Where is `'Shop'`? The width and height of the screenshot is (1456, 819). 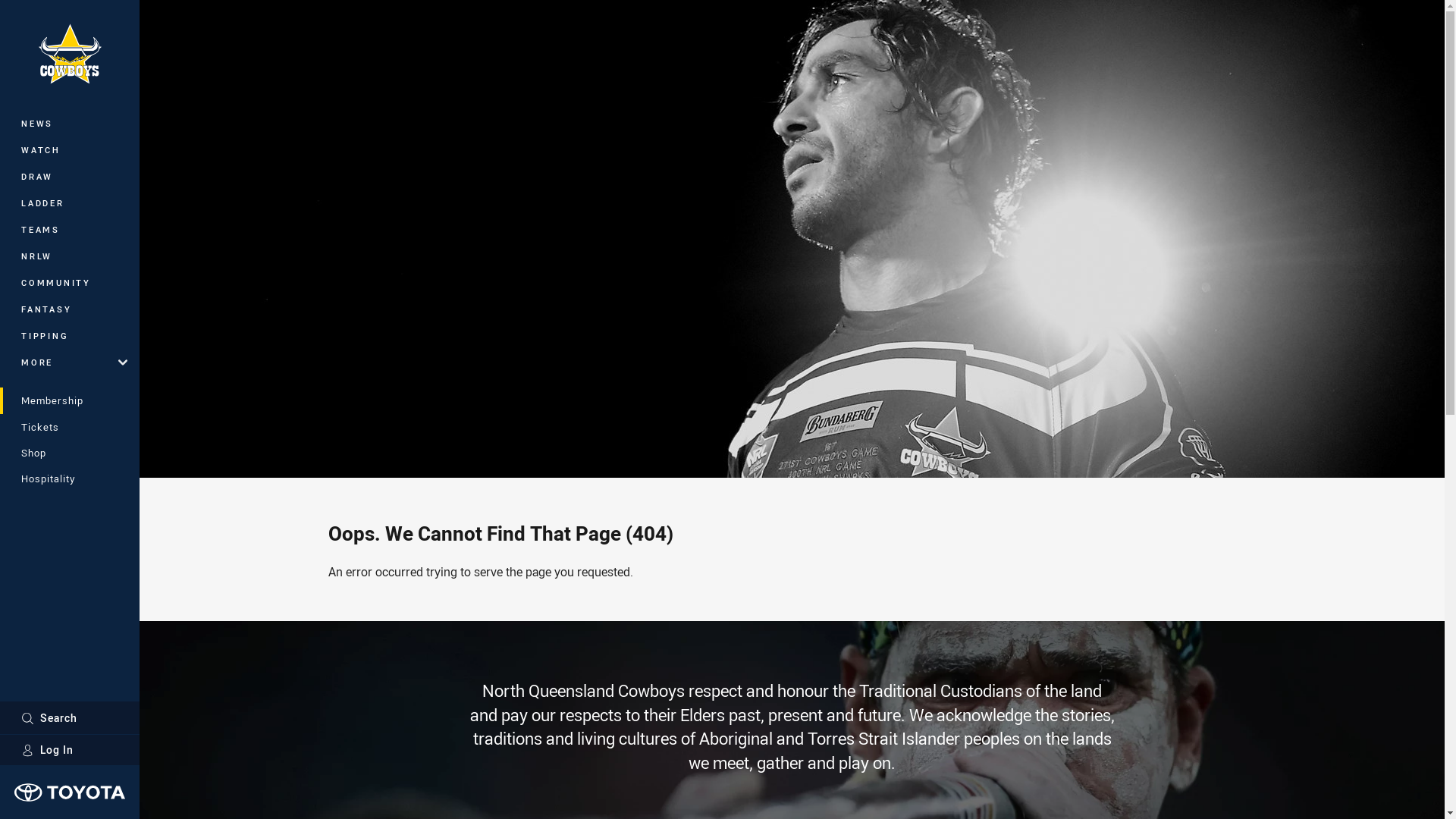 'Shop' is located at coordinates (68, 452).